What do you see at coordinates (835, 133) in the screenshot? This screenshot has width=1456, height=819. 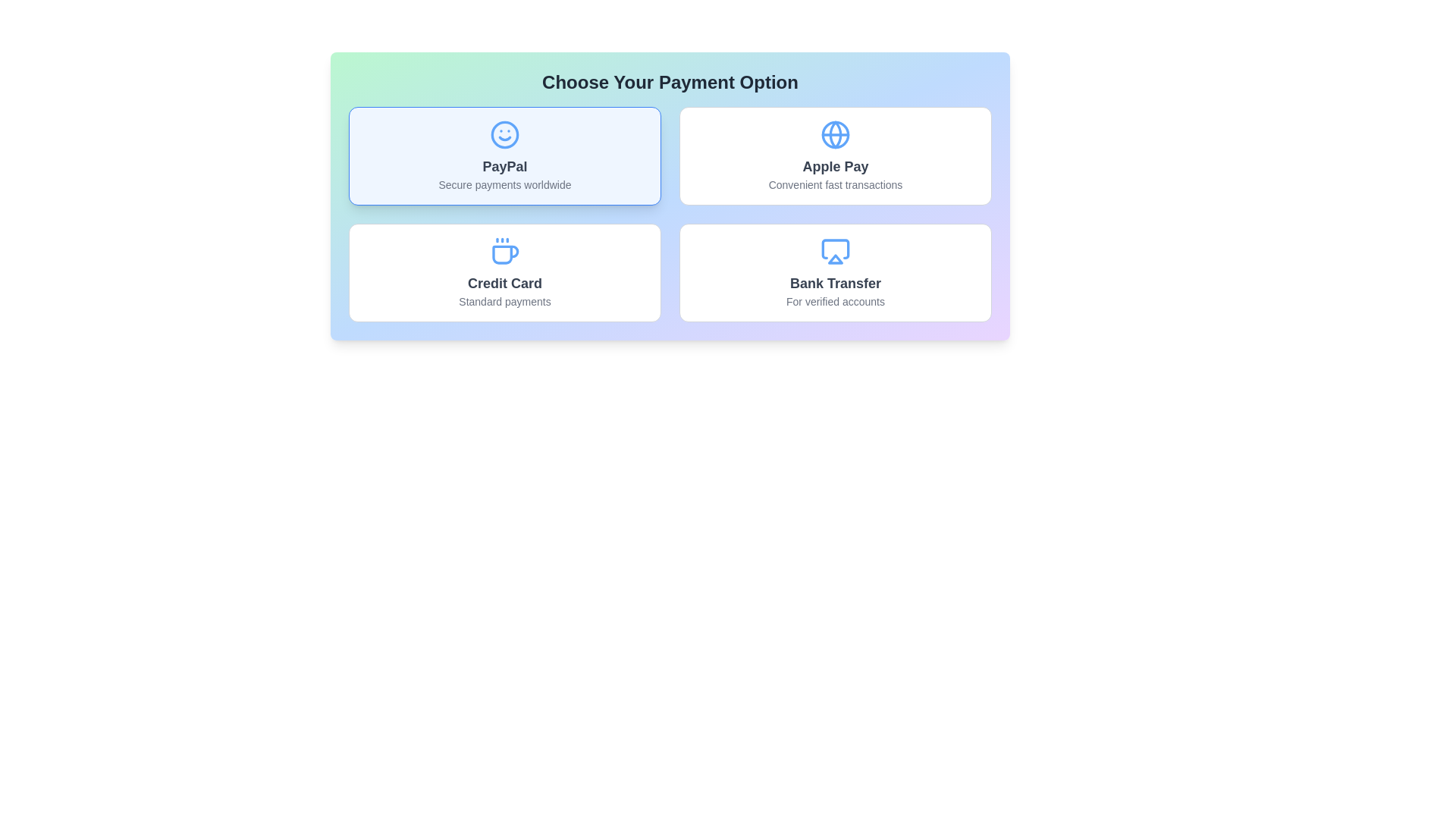 I see `the decorative SVG circle with a blue outline located at the center of the globe icon on the Apple Pay payment option card` at bounding box center [835, 133].